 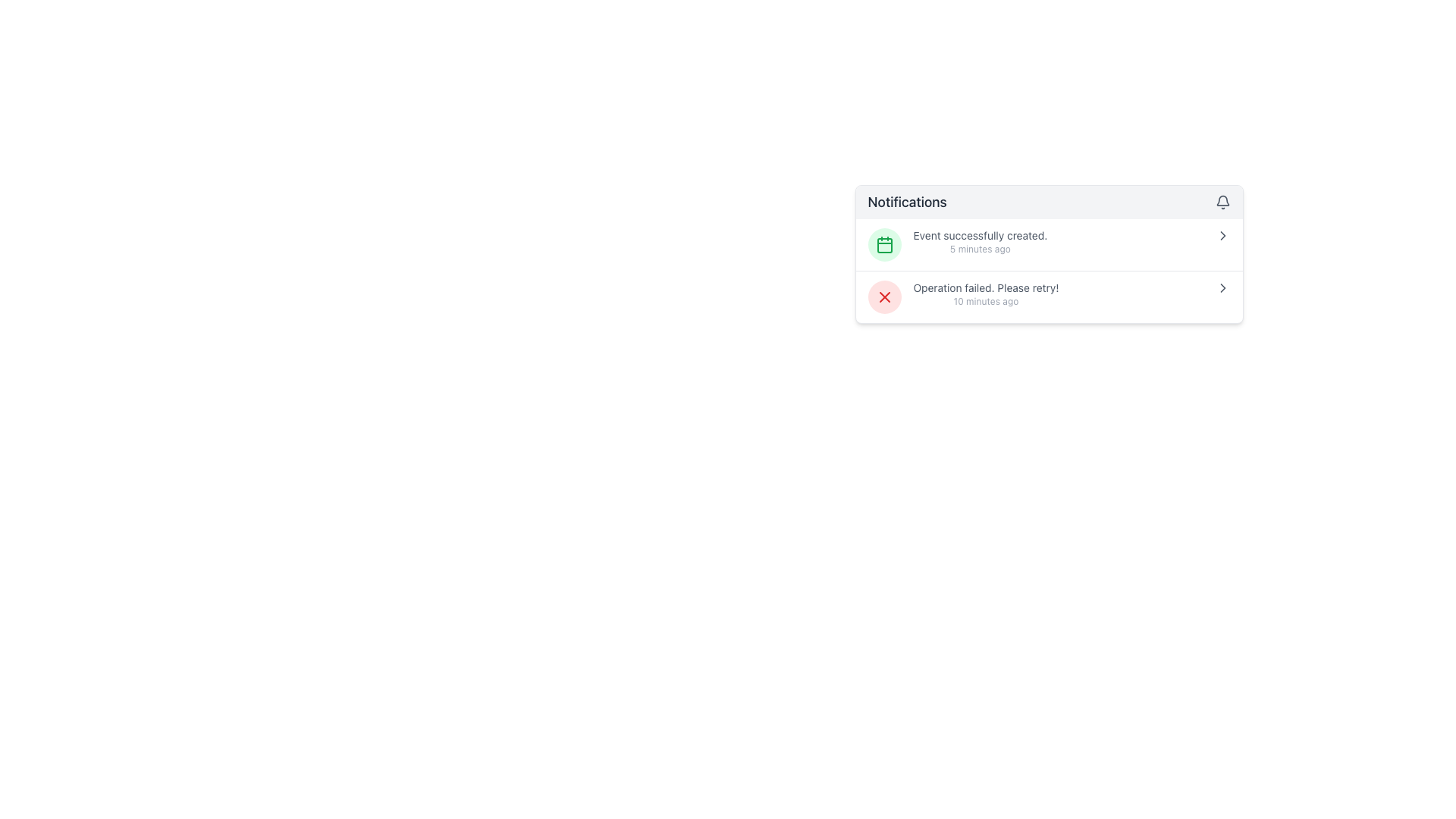 I want to click on the notification message indicating a failed operation, so click(x=1048, y=297).